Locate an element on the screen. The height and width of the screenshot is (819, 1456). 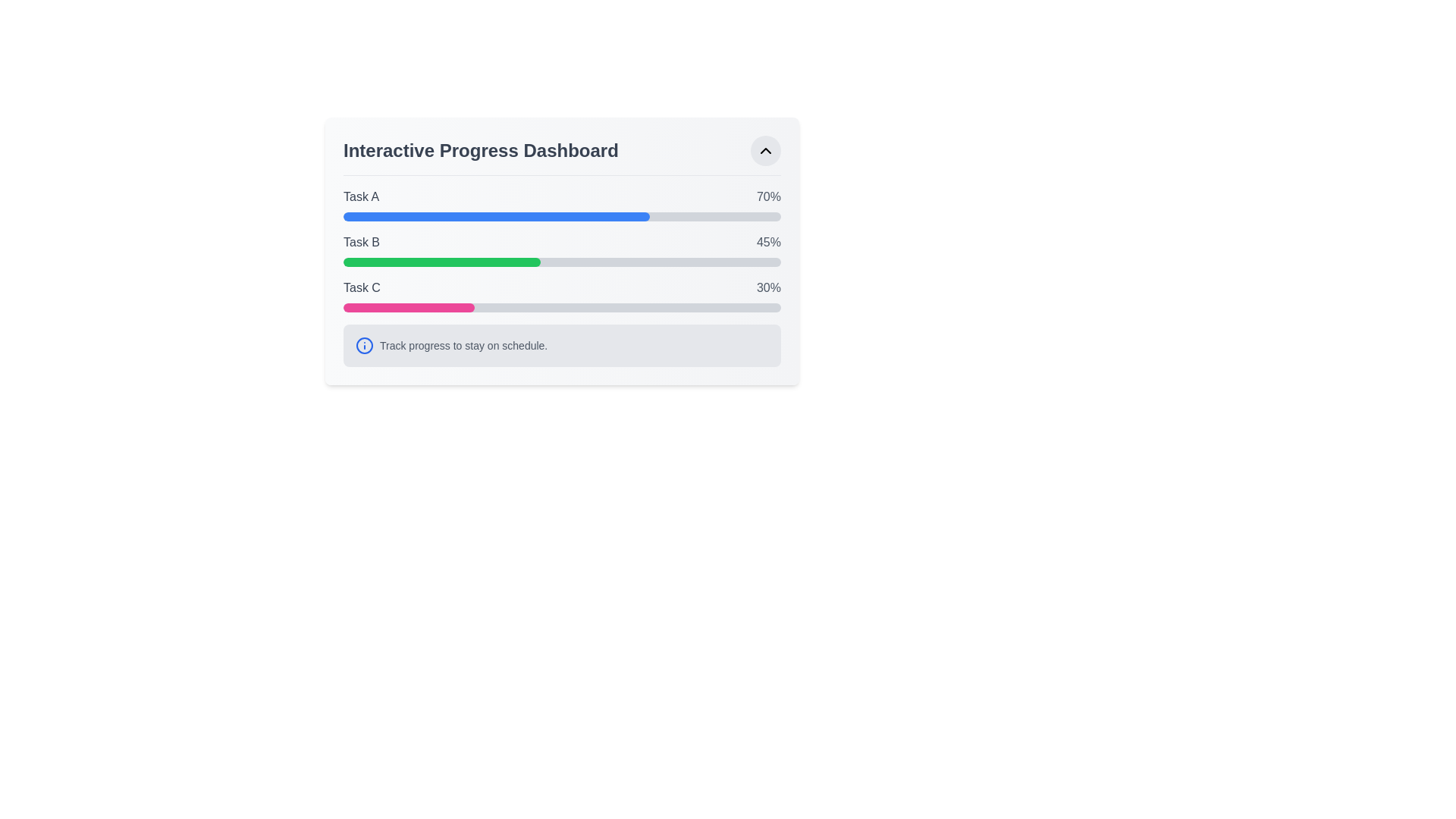
the progress indicator for 'Task A', which displays a percentage label of '70%' and a blue progress bar indicating the completion status is located at coordinates (561, 205).